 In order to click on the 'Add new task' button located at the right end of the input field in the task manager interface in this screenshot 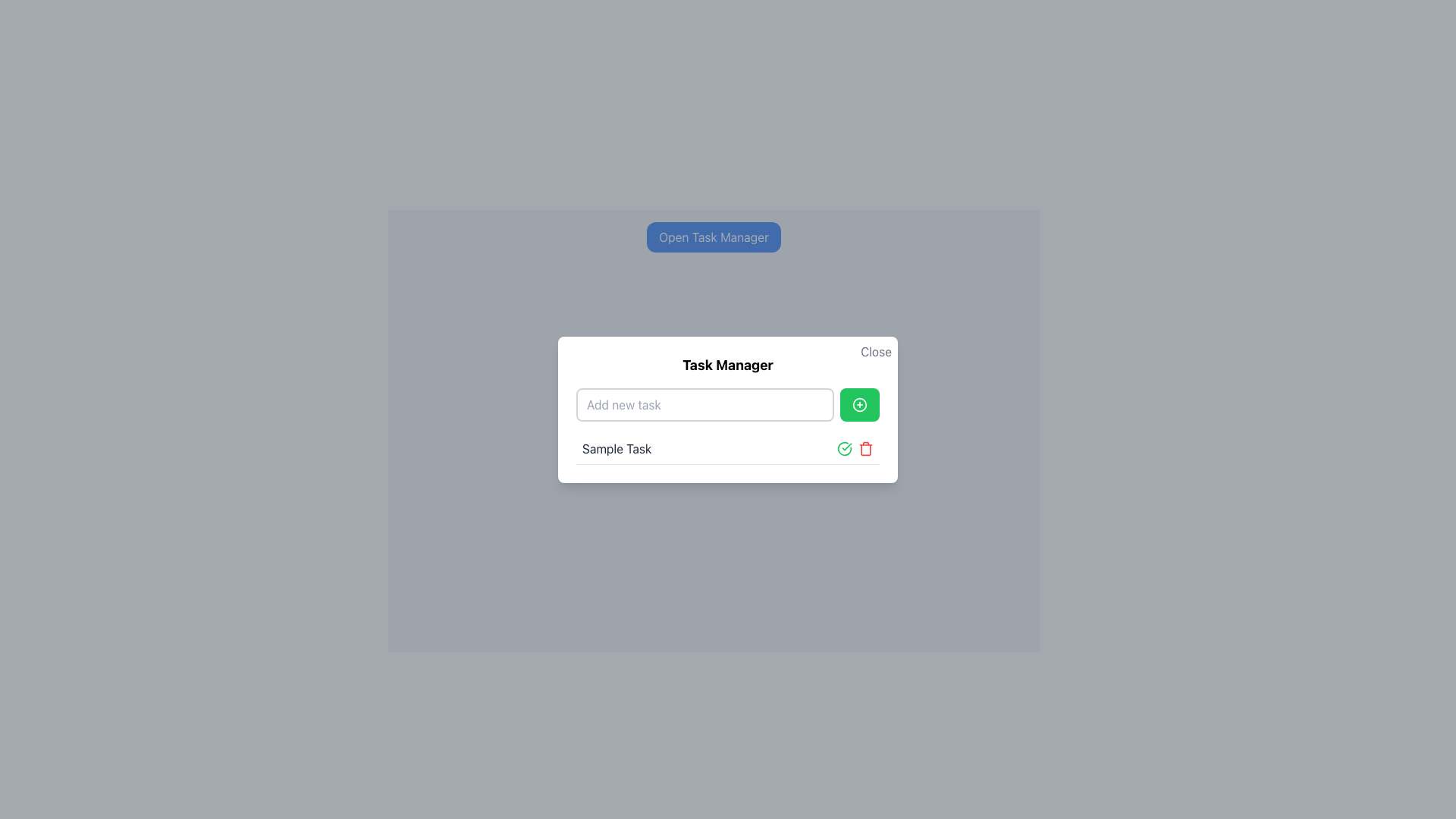, I will do `click(859, 403)`.